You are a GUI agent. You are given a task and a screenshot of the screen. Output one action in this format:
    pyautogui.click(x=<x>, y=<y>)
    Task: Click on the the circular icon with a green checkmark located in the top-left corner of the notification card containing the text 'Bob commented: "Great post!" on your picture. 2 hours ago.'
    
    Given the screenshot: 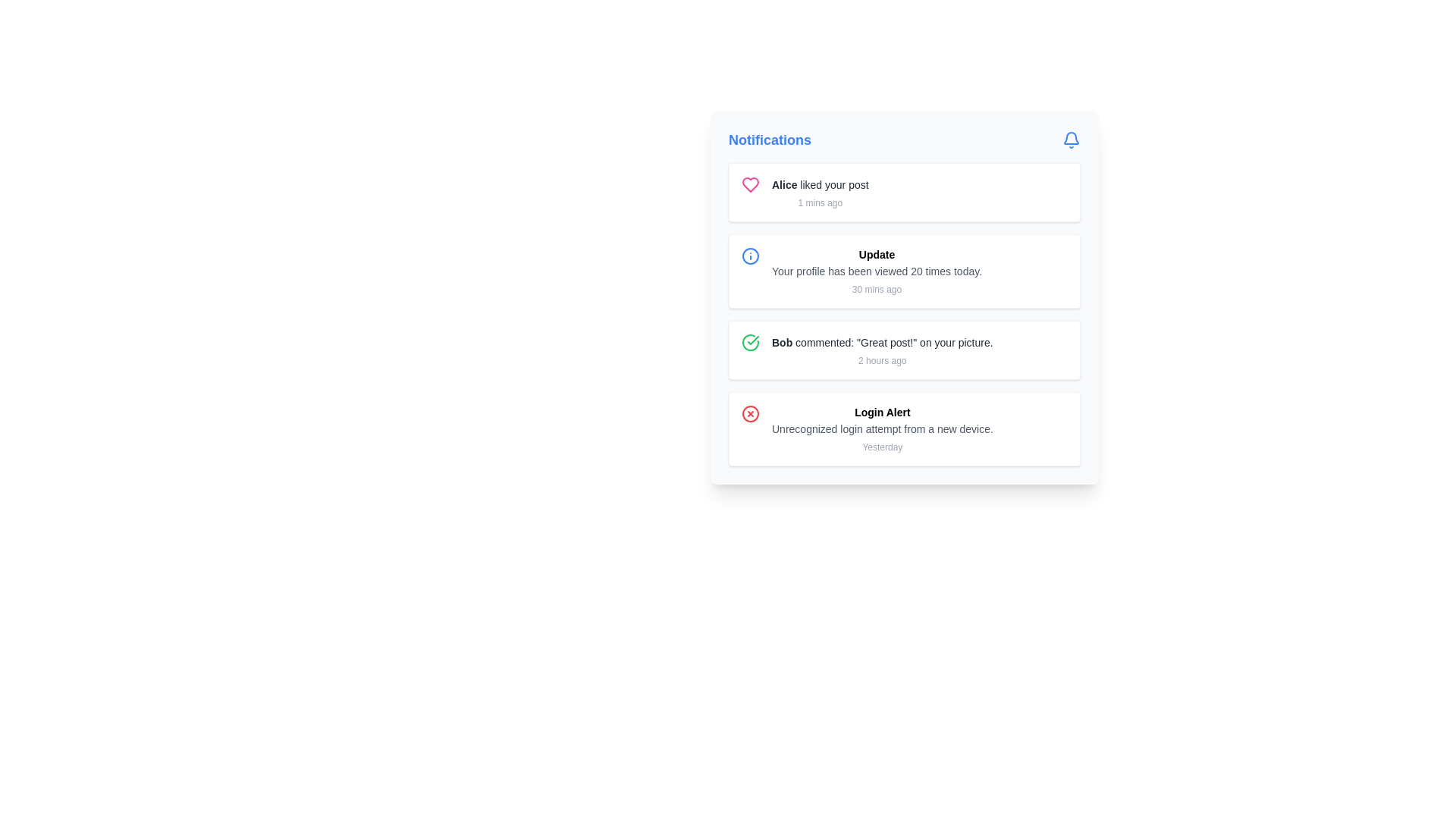 What is the action you would take?
    pyautogui.click(x=750, y=342)
    